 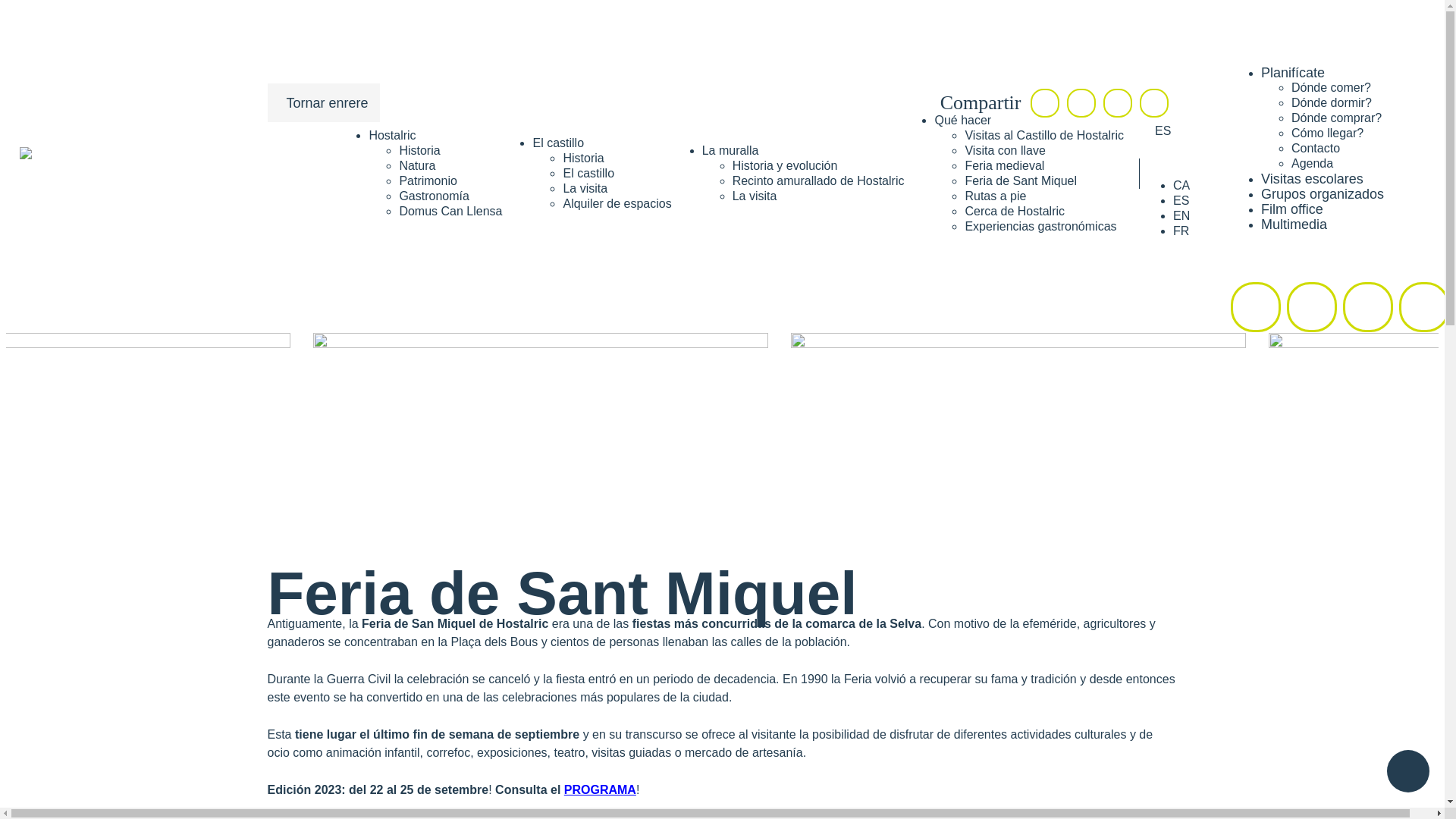 I want to click on 'Grupos organizados', so click(x=1260, y=193).